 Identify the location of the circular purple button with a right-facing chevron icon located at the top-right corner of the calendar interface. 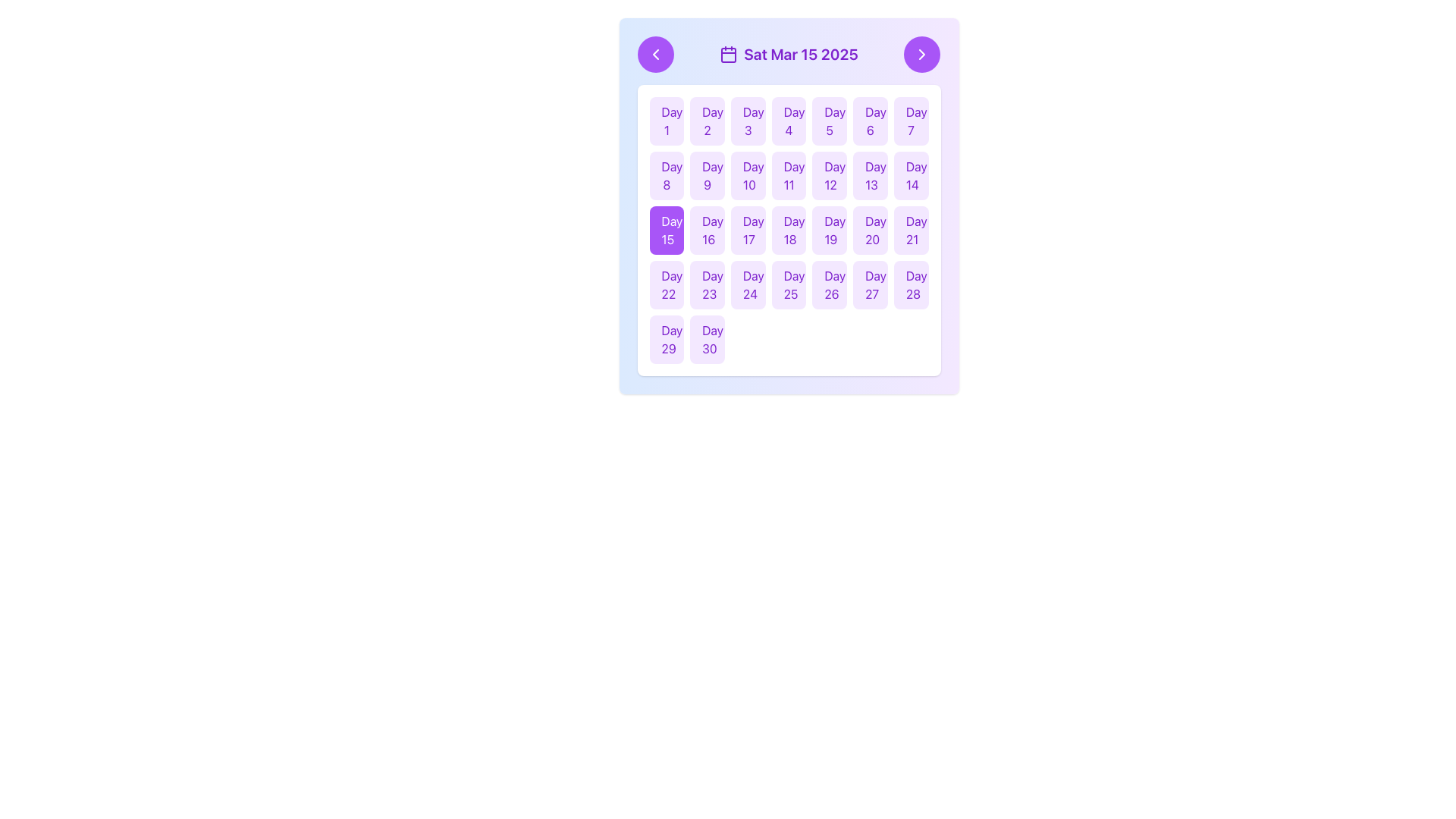
(921, 54).